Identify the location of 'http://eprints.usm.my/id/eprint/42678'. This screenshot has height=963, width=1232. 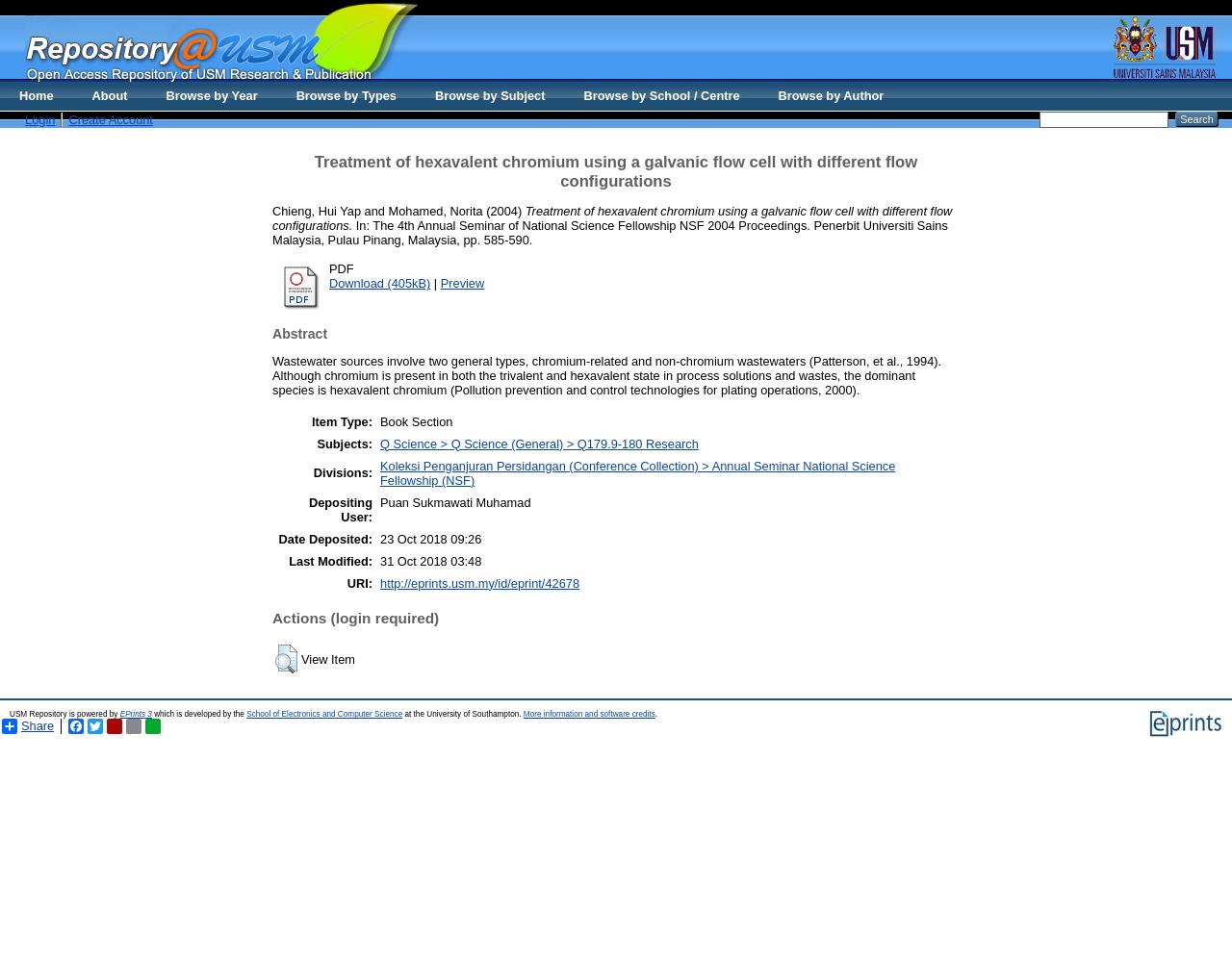
(479, 582).